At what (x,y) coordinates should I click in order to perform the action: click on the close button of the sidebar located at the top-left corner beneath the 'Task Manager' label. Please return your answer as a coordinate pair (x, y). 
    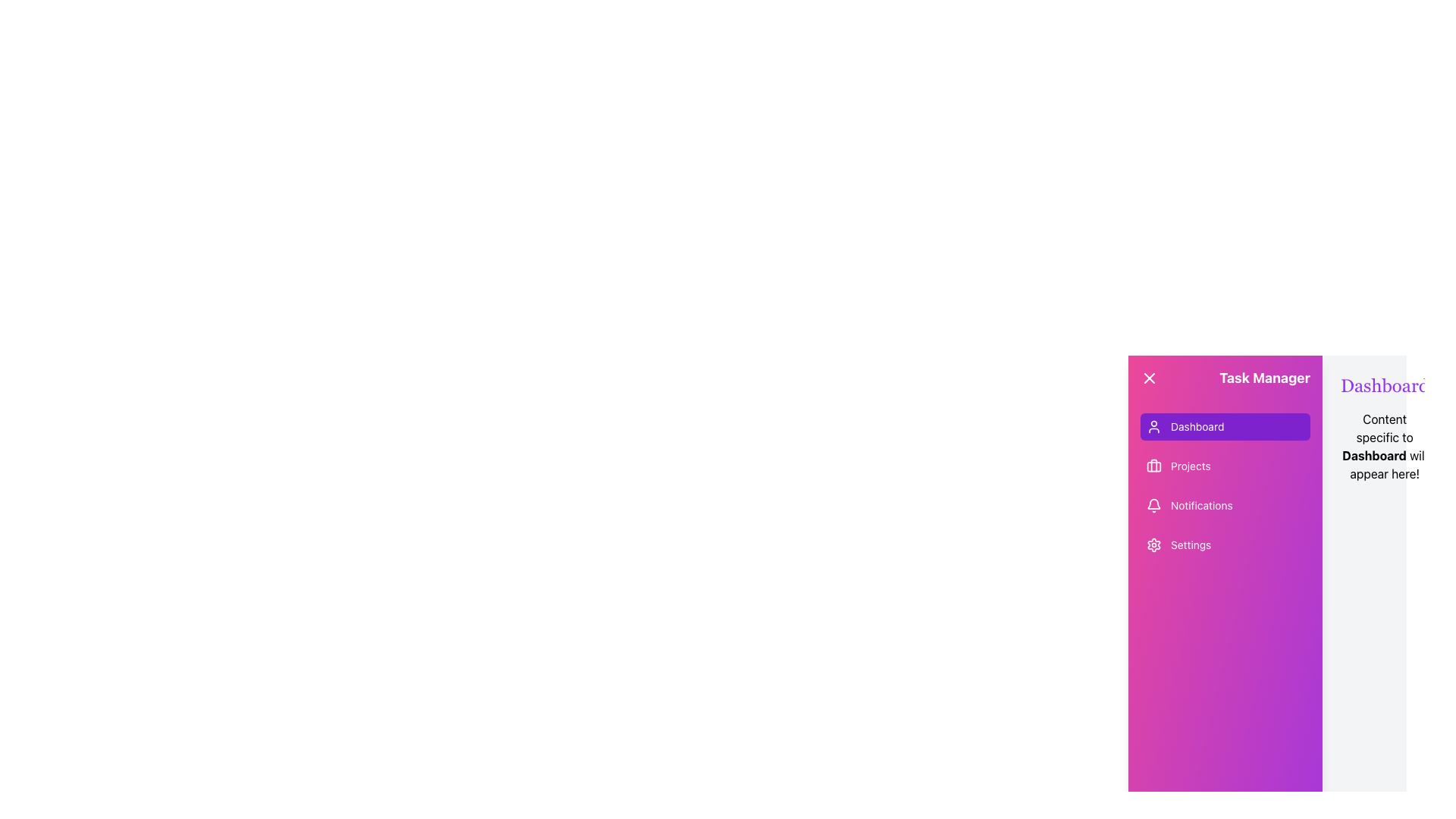
    Looking at the image, I should click on (1150, 377).